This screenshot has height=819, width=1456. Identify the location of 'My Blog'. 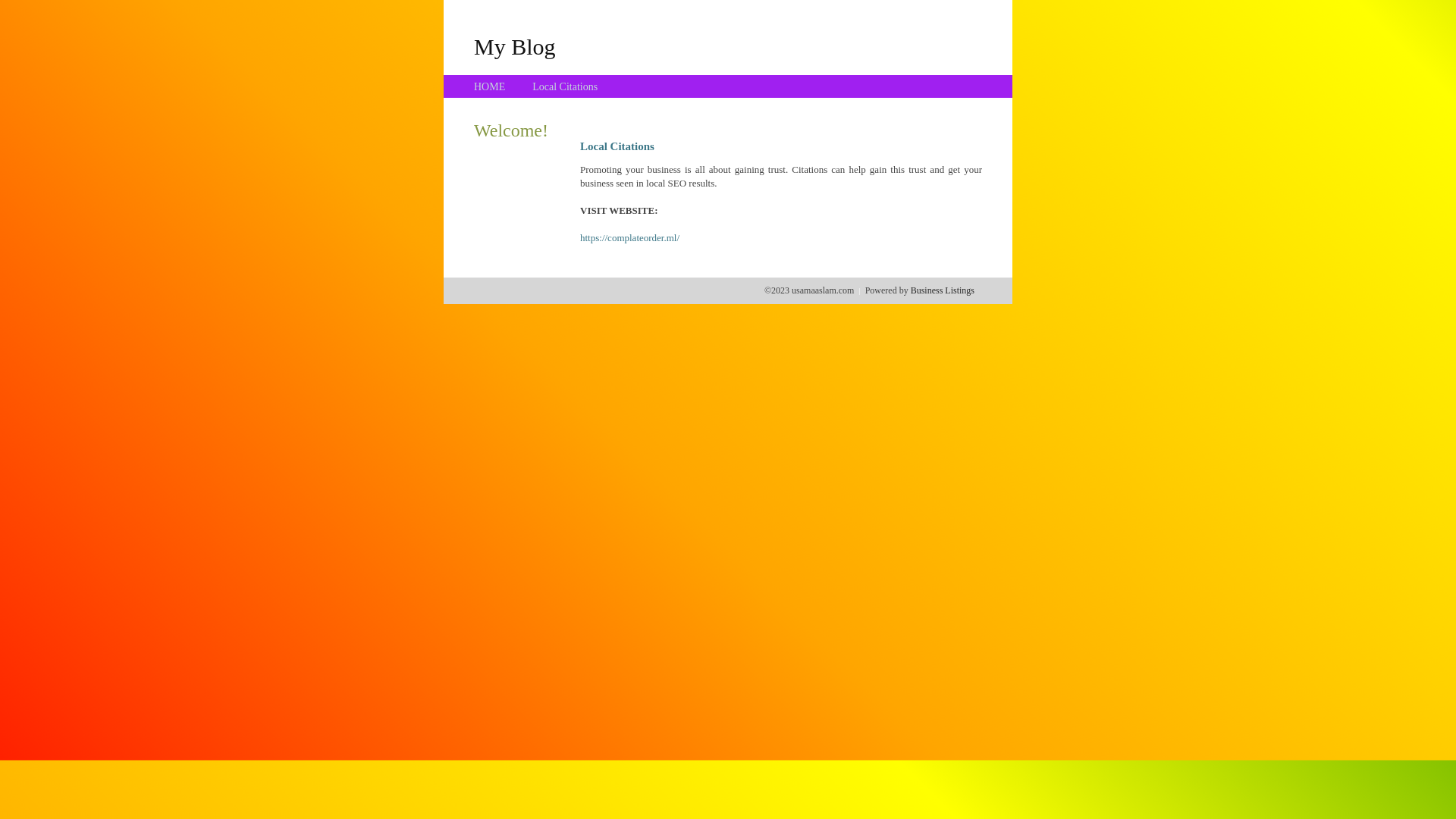
(514, 45).